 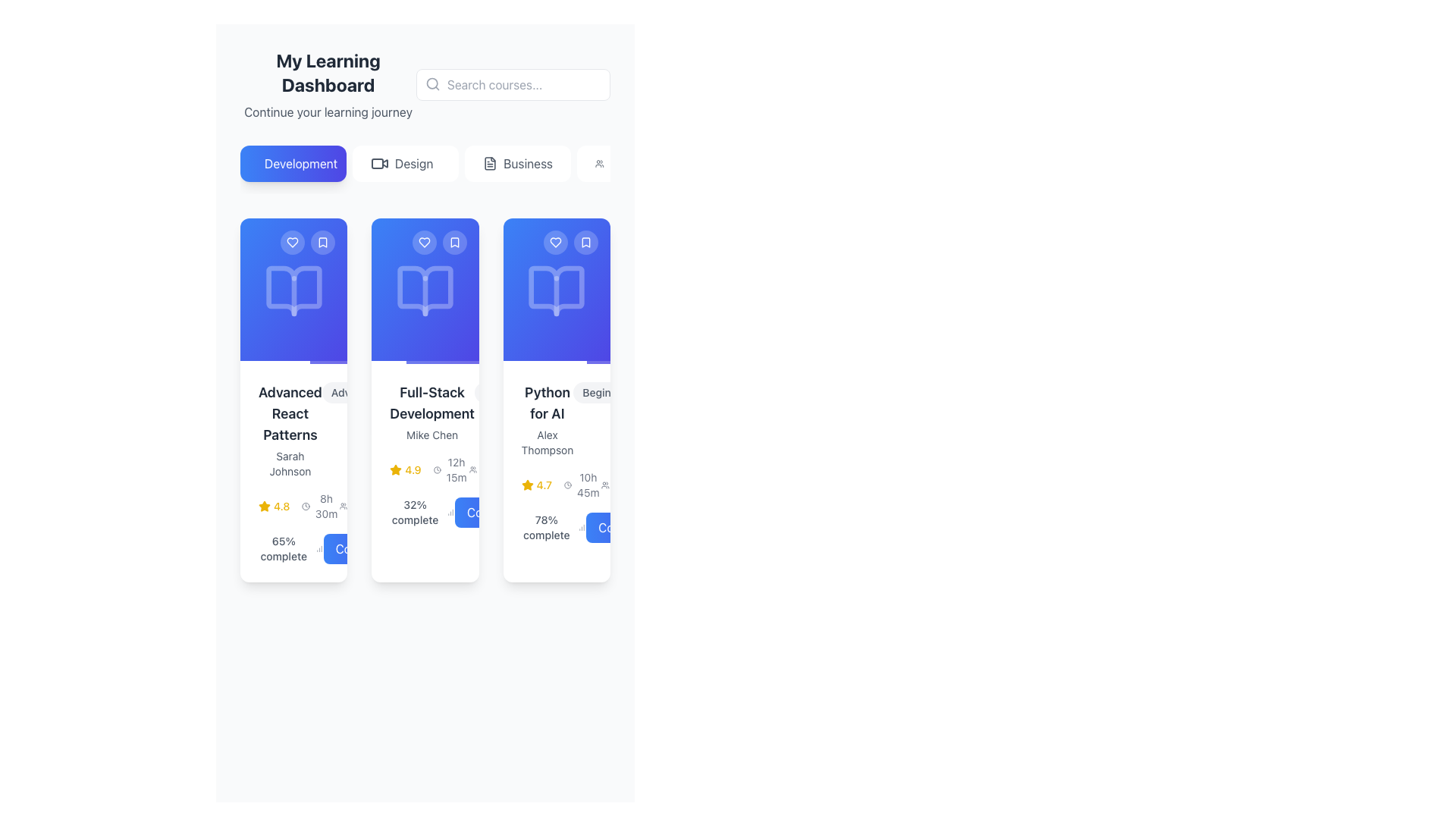 What do you see at coordinates (527, 485) in the screenshot?
I see `the first rating star icon representing a five-pointed star for the course 'Python for AI' to interact with the rating system` at bounding box center [527, 485].